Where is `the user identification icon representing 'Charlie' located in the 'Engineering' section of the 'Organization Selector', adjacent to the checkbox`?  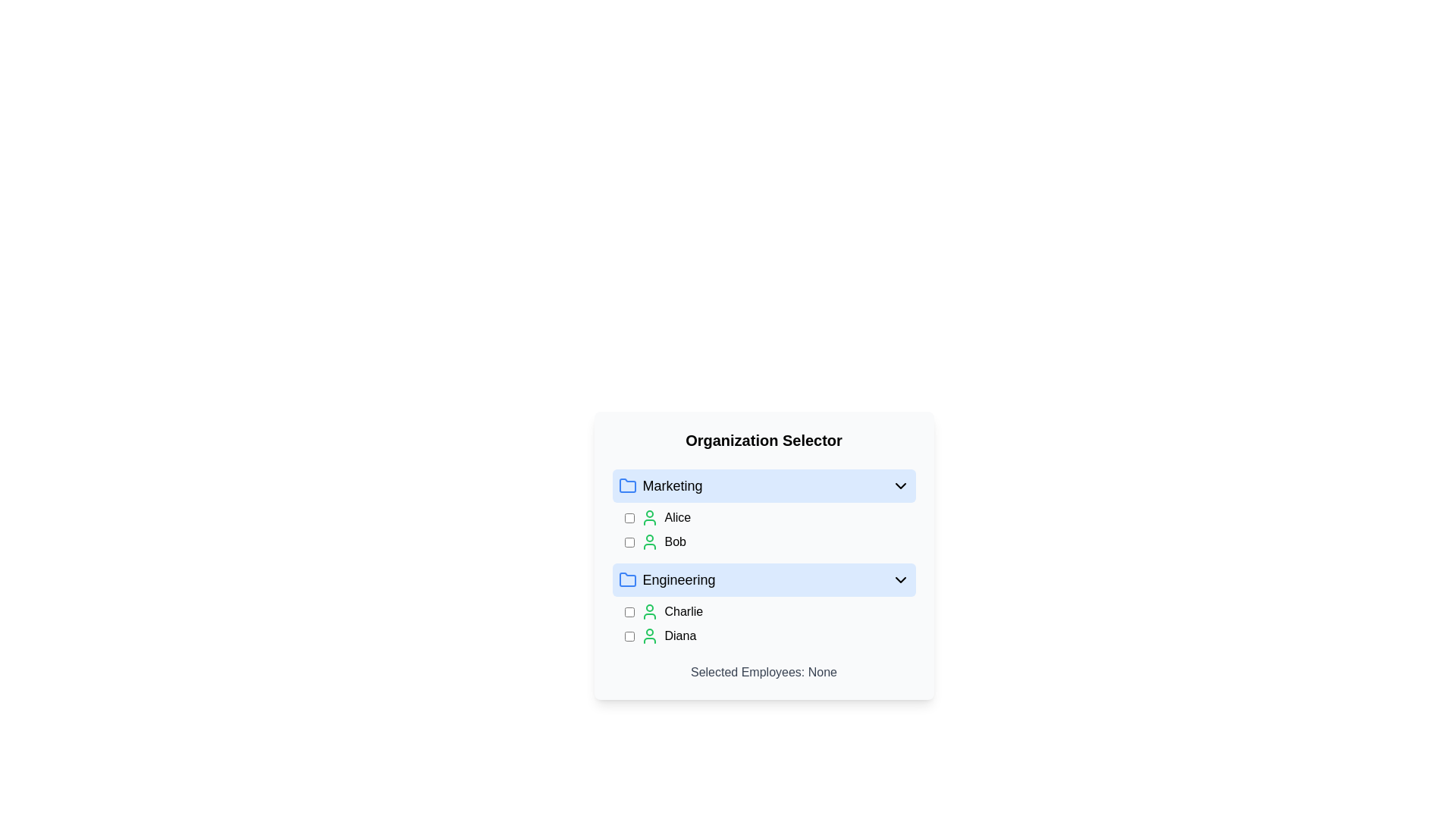
the user identification icon representing 'Charlie' located in the 'Engineering' section of the 'Organization Selector', adjacent to the checkbox is located at coordinates (649, 610).